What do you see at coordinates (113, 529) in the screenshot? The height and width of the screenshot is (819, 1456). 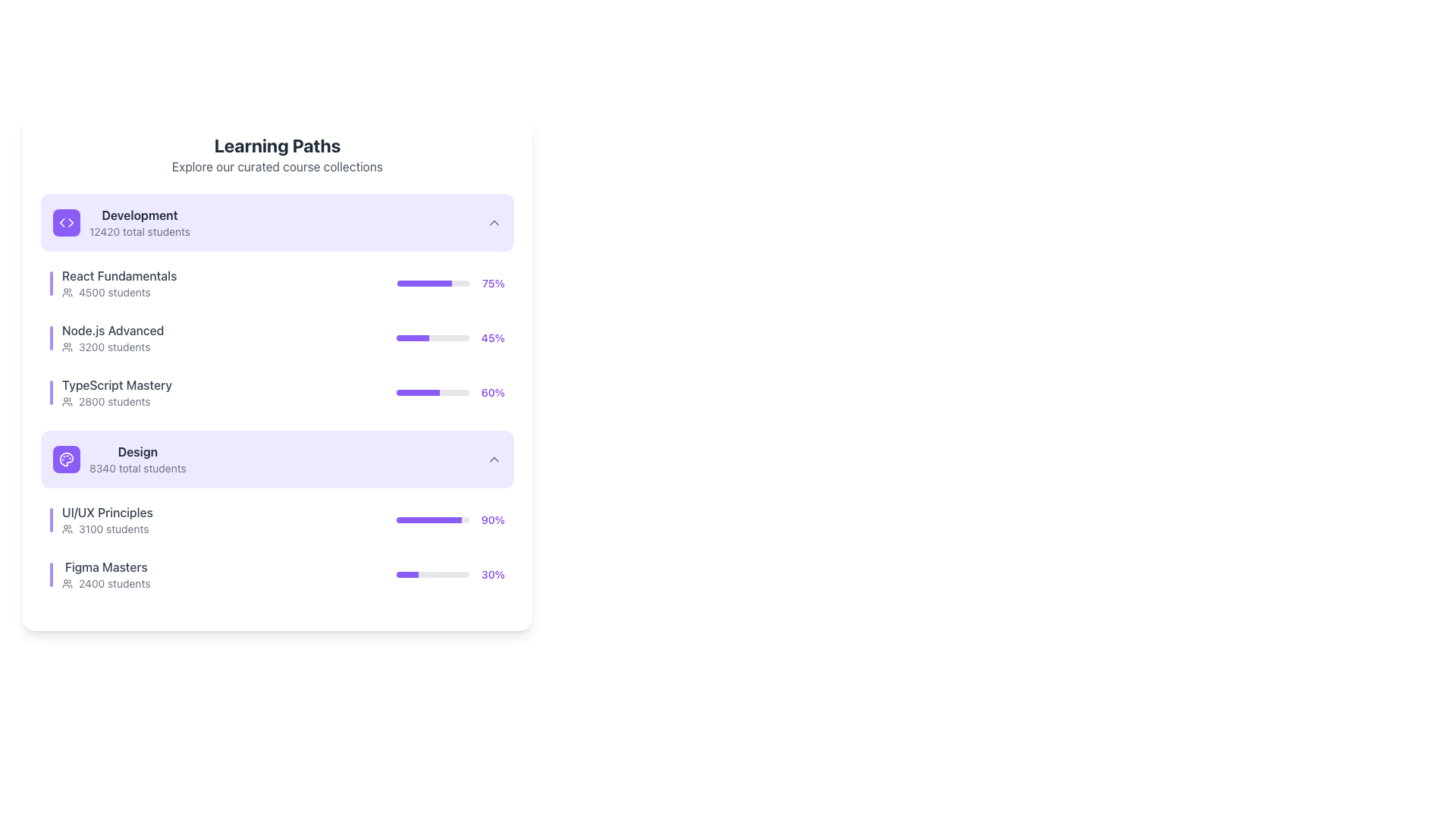 I see `the informational text element displaying the number of enrolled users for the 'UI/UX Principles' course, located beneath the heading in the 'Design' section` at bounding box center [113, 529].